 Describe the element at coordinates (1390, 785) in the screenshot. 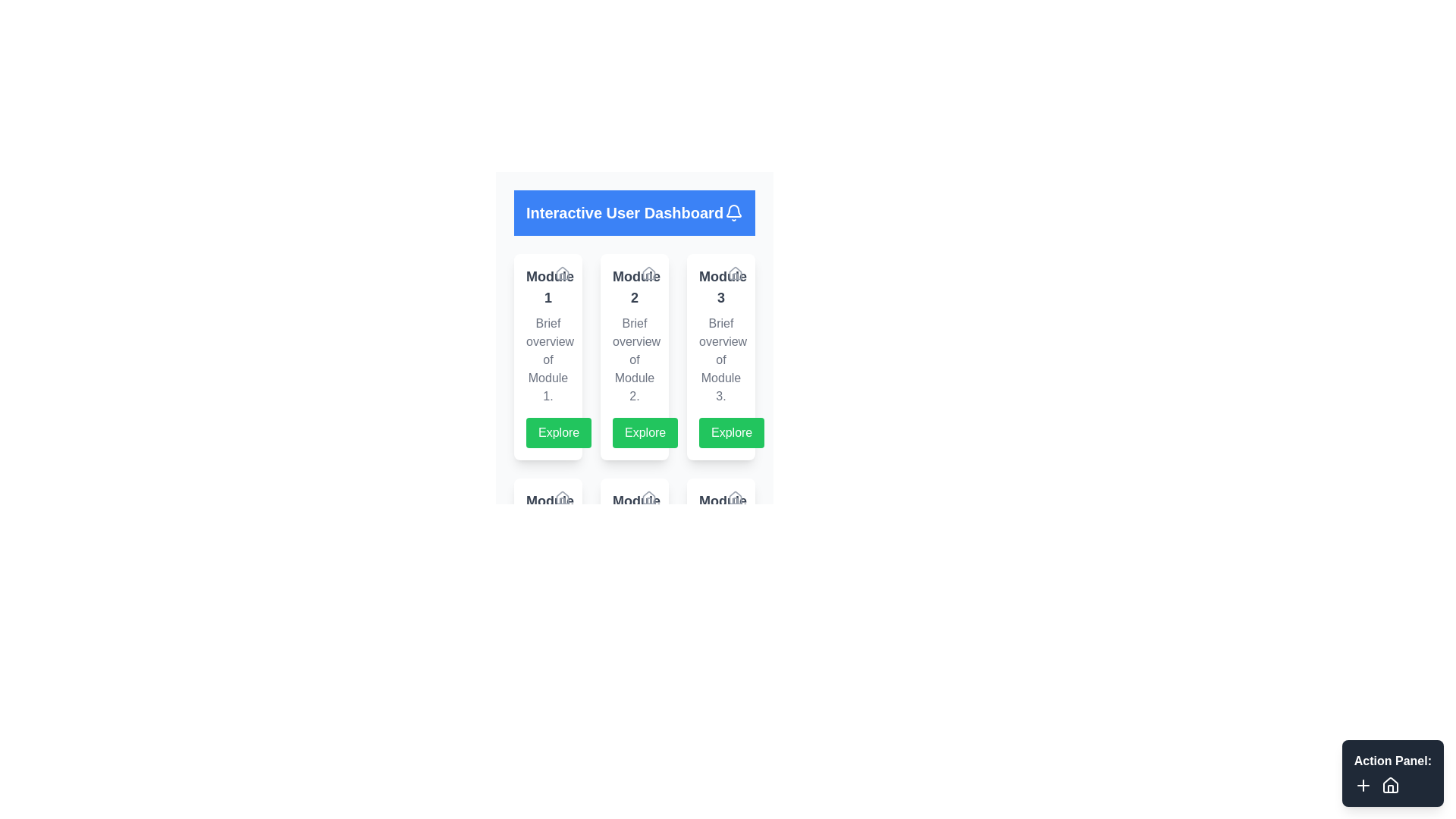

I see `the house icon located as the second icon from the left in the bottom-right Action Panel` at that location.